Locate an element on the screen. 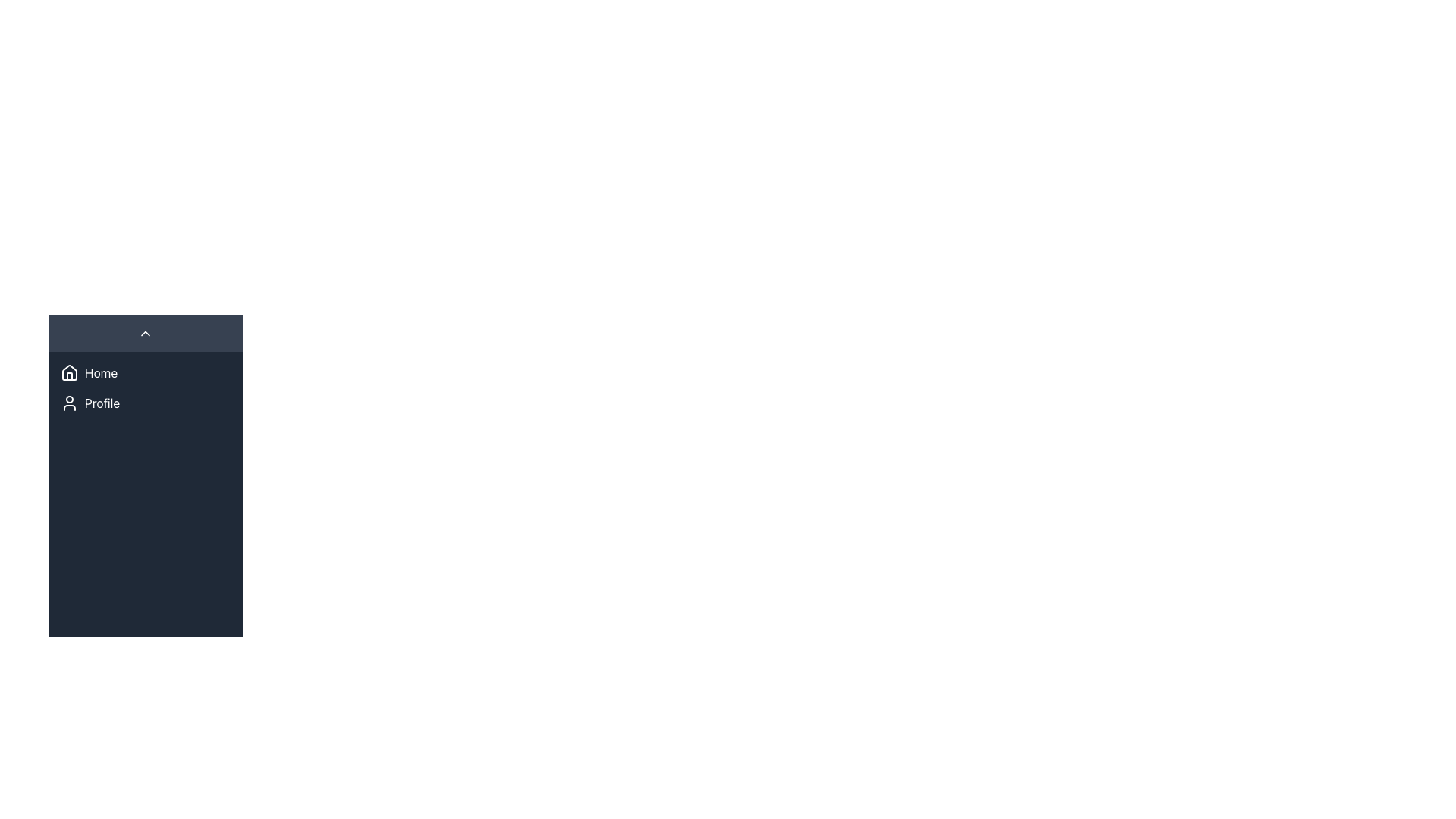 This screenshot has height=819, width=1456. the house icon located in the vertical navigation menu is located at coordinates (68, 373).